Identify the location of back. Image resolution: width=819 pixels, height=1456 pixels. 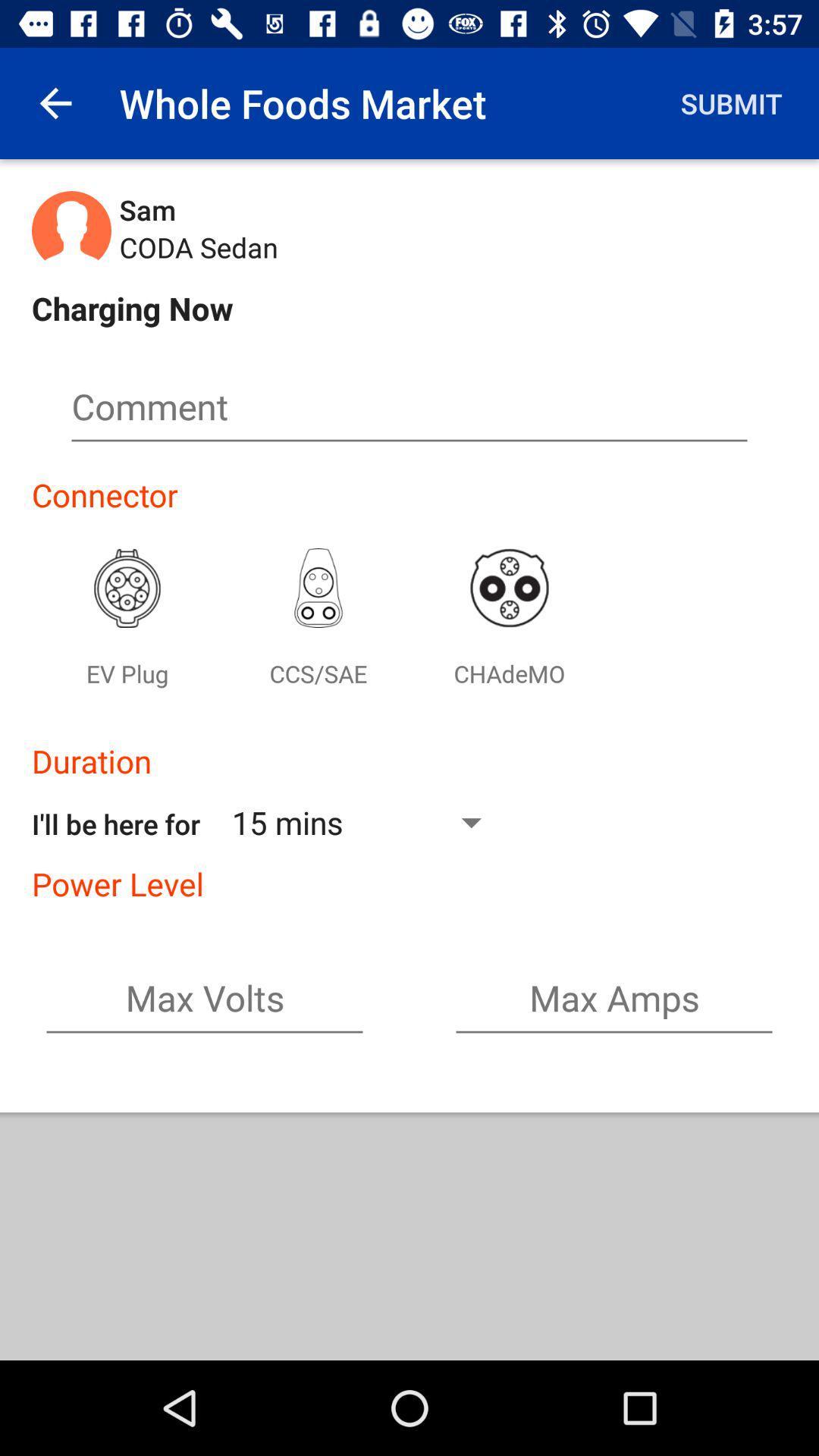
(55, 102).